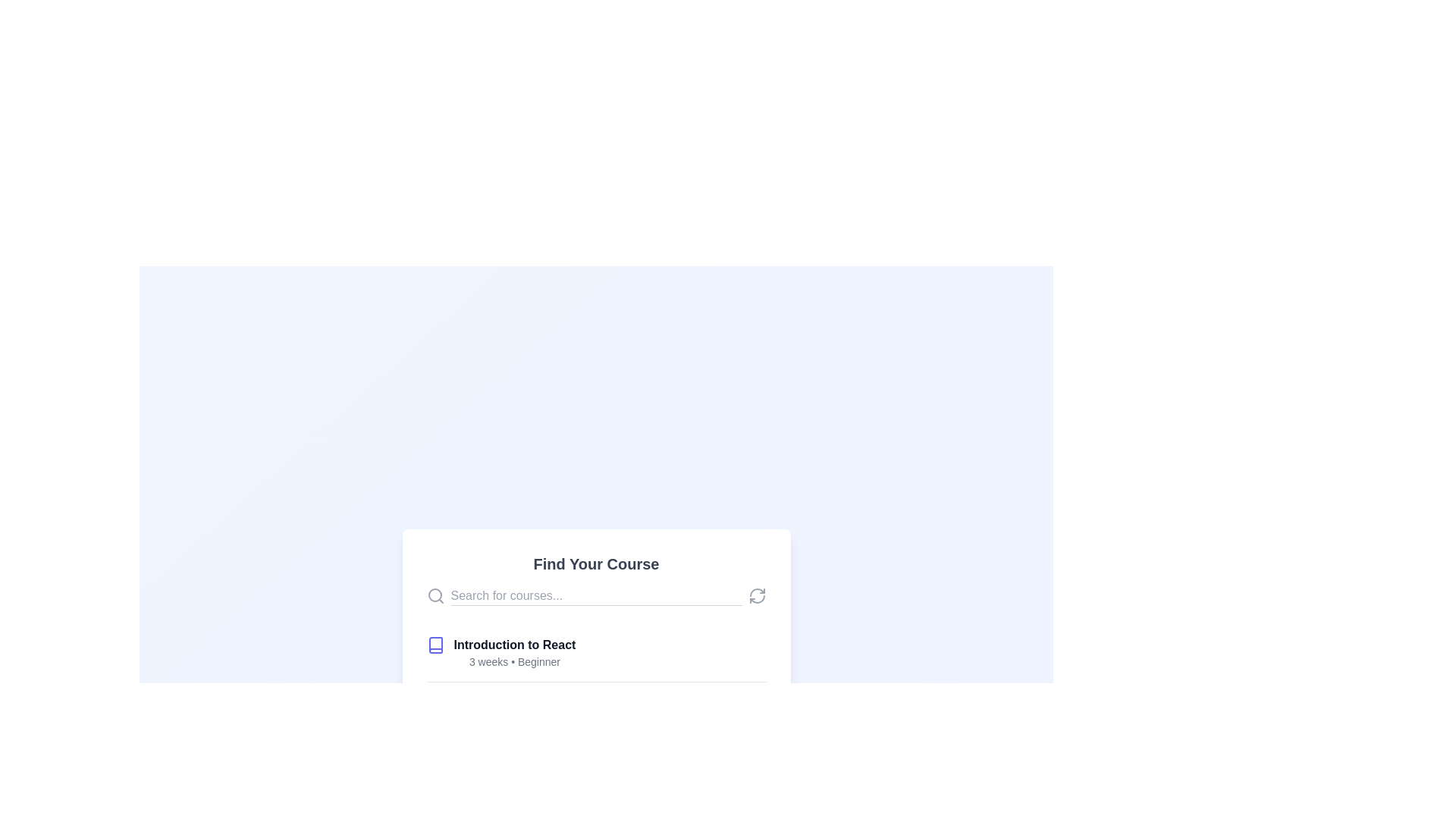  What do you see at coordinates (434, 595) in the screenshot?
I see `the minimalistic circular icon located to the left of the search bar text input field in the 'Find Your Course' header section` at bounding box center [434, 595].